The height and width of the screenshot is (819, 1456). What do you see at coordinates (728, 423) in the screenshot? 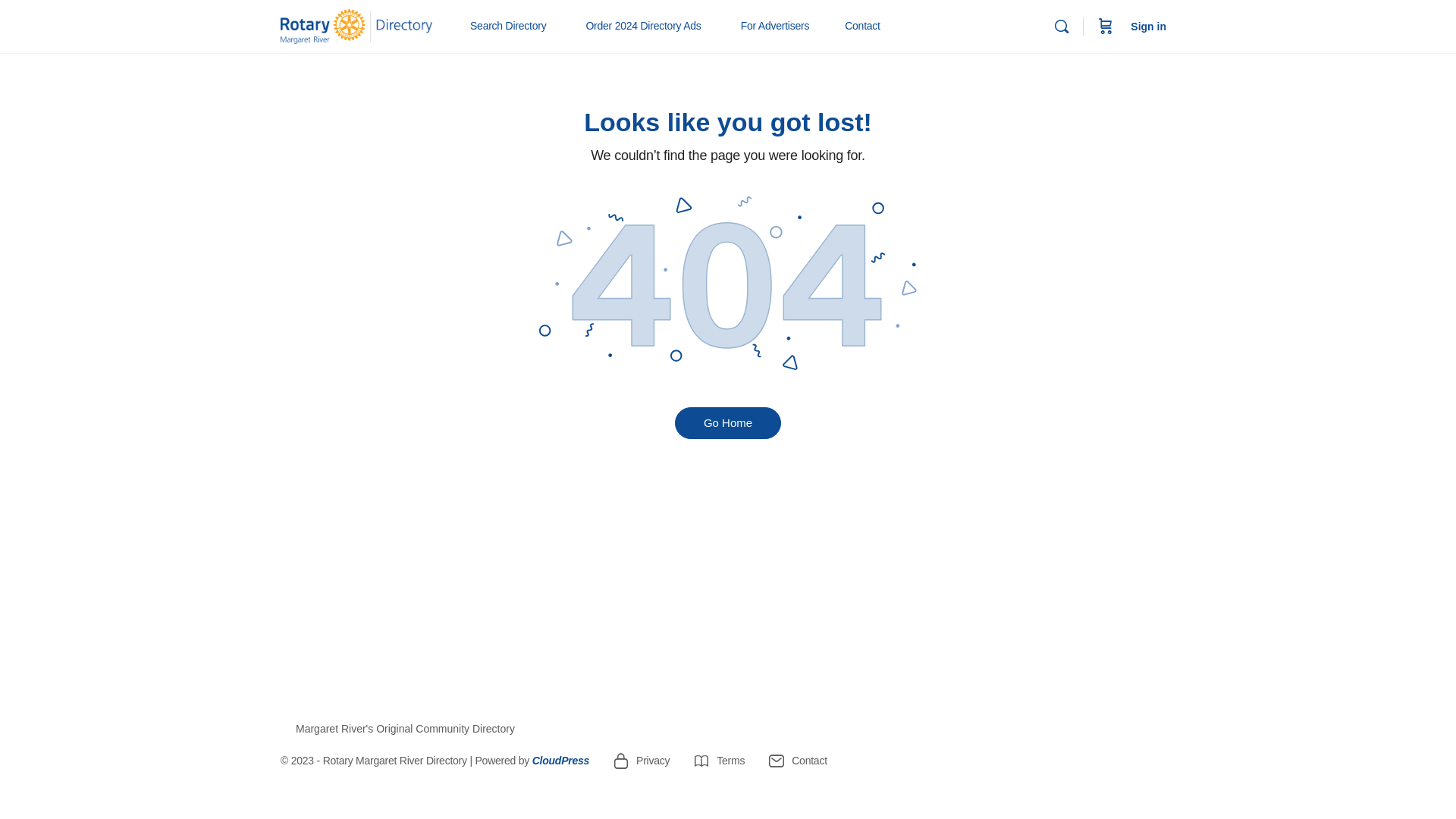
I see `'Go Home'` at bounding box center [728, 423].